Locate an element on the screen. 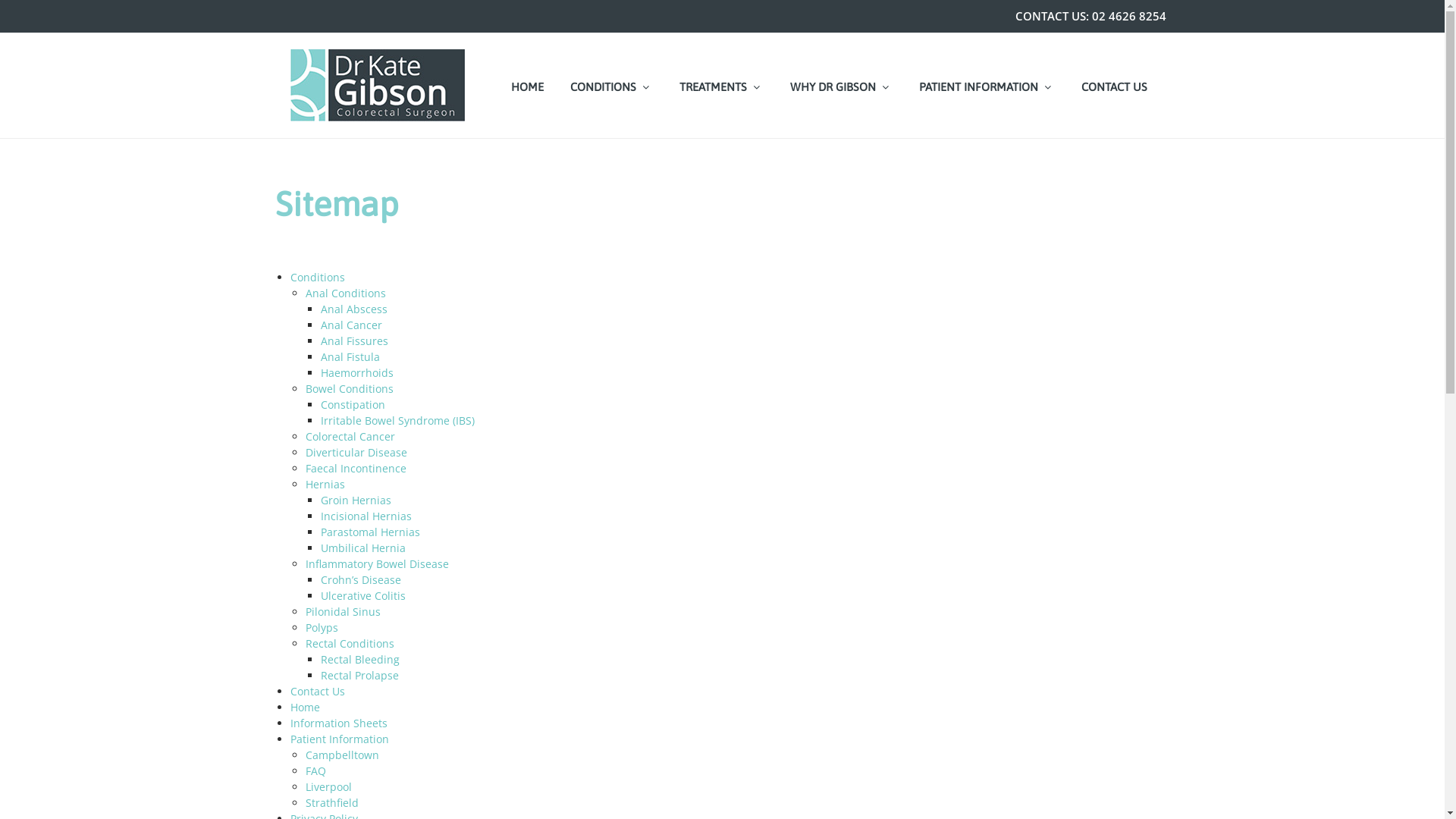  'TREATMENTS' is located at coordinates (720, 85).